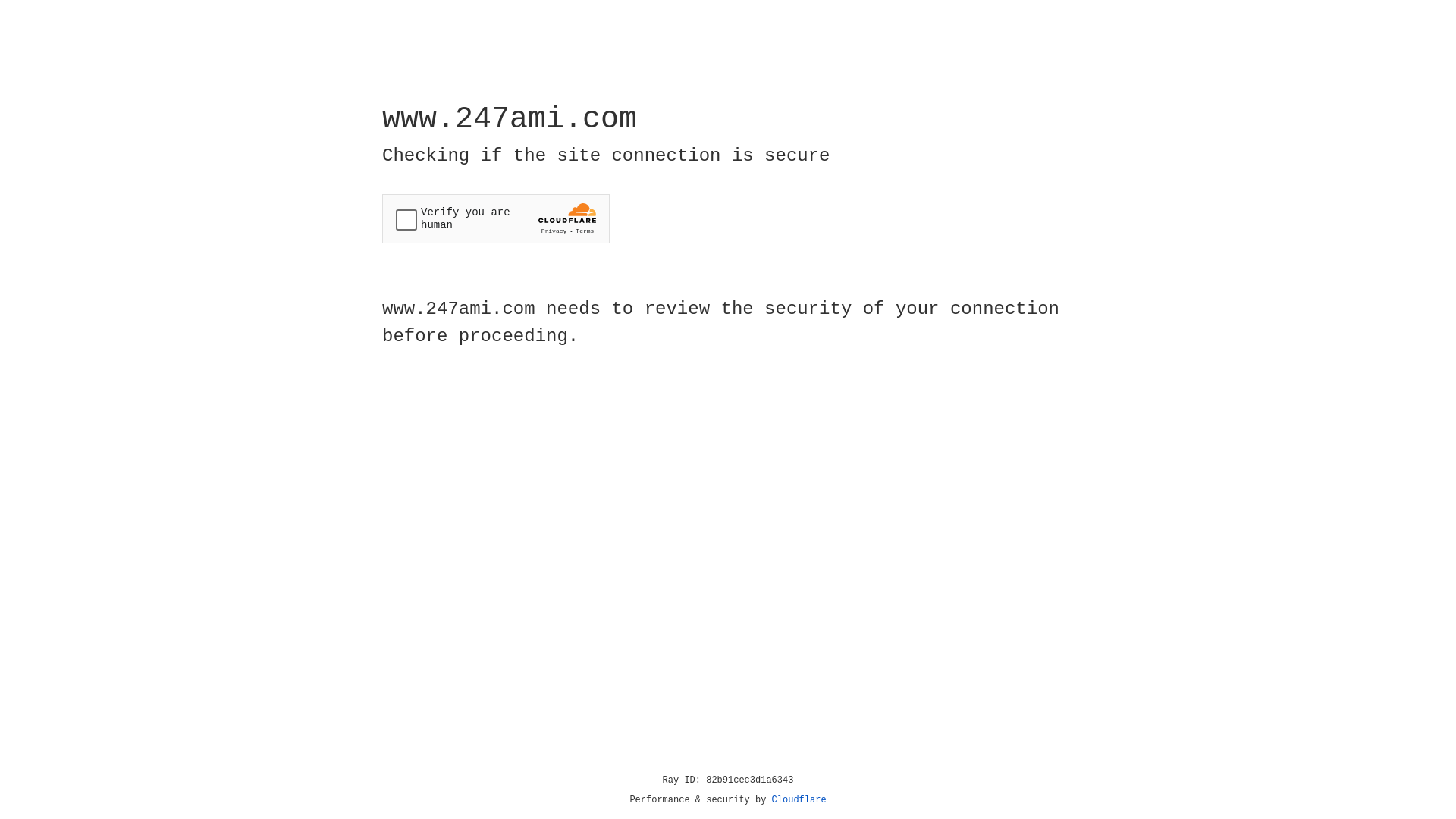  What do you see at coordinates (771, 799) in the screenshot?
I see `'Cloudflare'` at bounding box center [771, 799].